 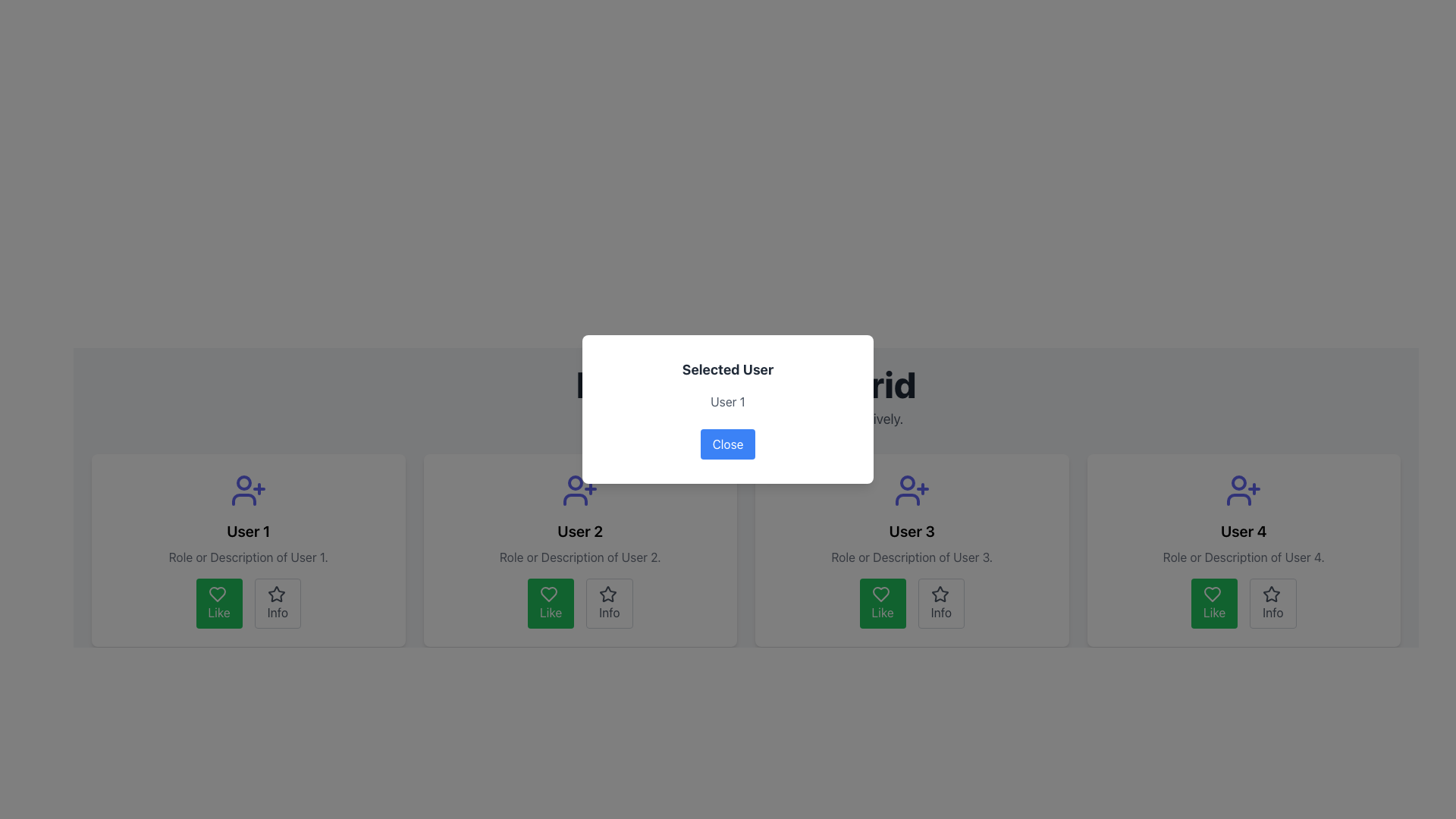 What do you see at coordinates (609, 602) in the screenshot?
I see `the 'Info' button located at the bottom of 'User 2's' user card` at bounding box center [609, 602].